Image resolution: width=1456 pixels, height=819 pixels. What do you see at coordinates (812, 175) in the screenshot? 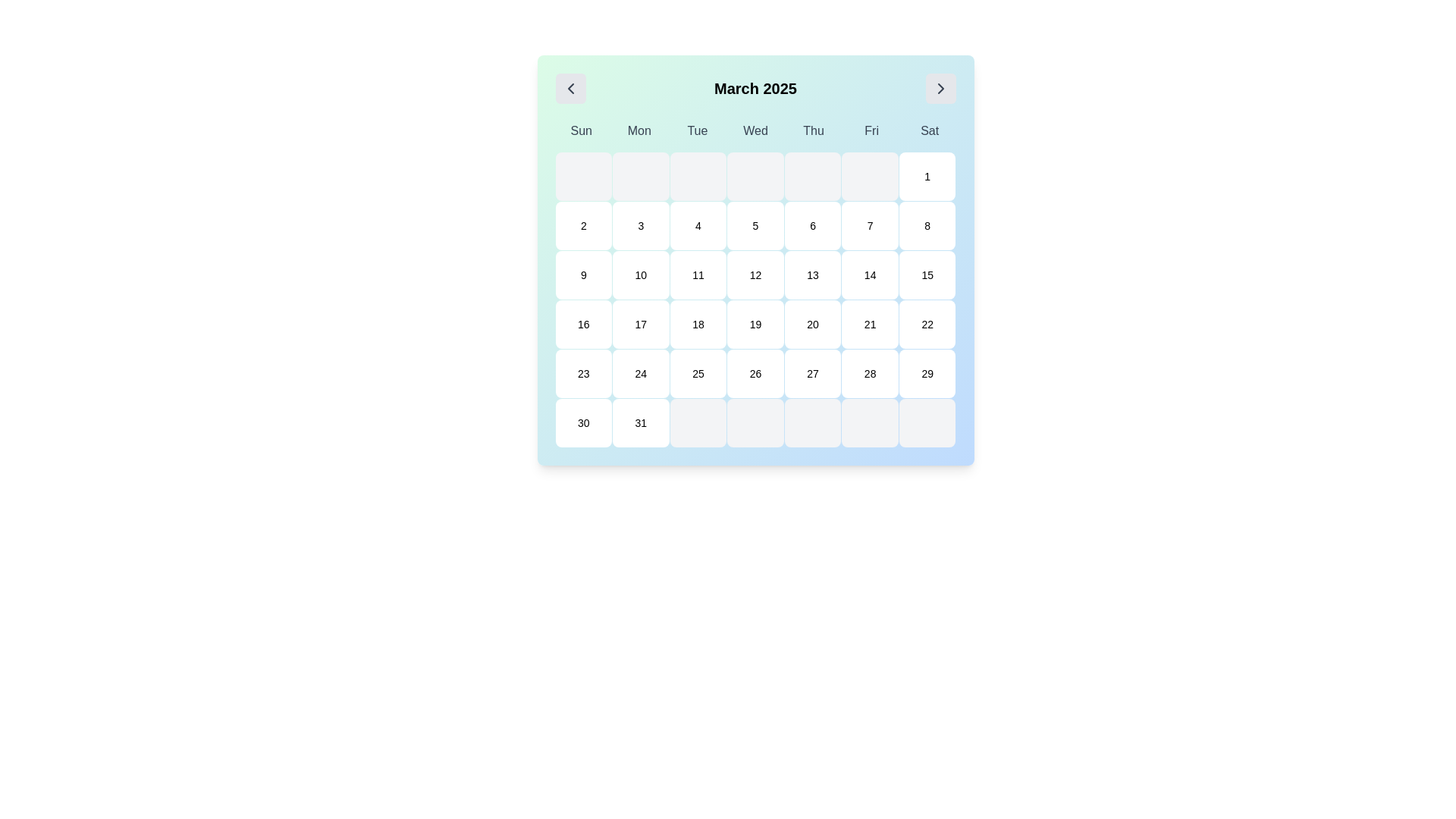
I see `the fifth cell in the topmost row of the calendar grid, which is aligned under the column labeled 'Thu'` at bounding box center [812, 175].